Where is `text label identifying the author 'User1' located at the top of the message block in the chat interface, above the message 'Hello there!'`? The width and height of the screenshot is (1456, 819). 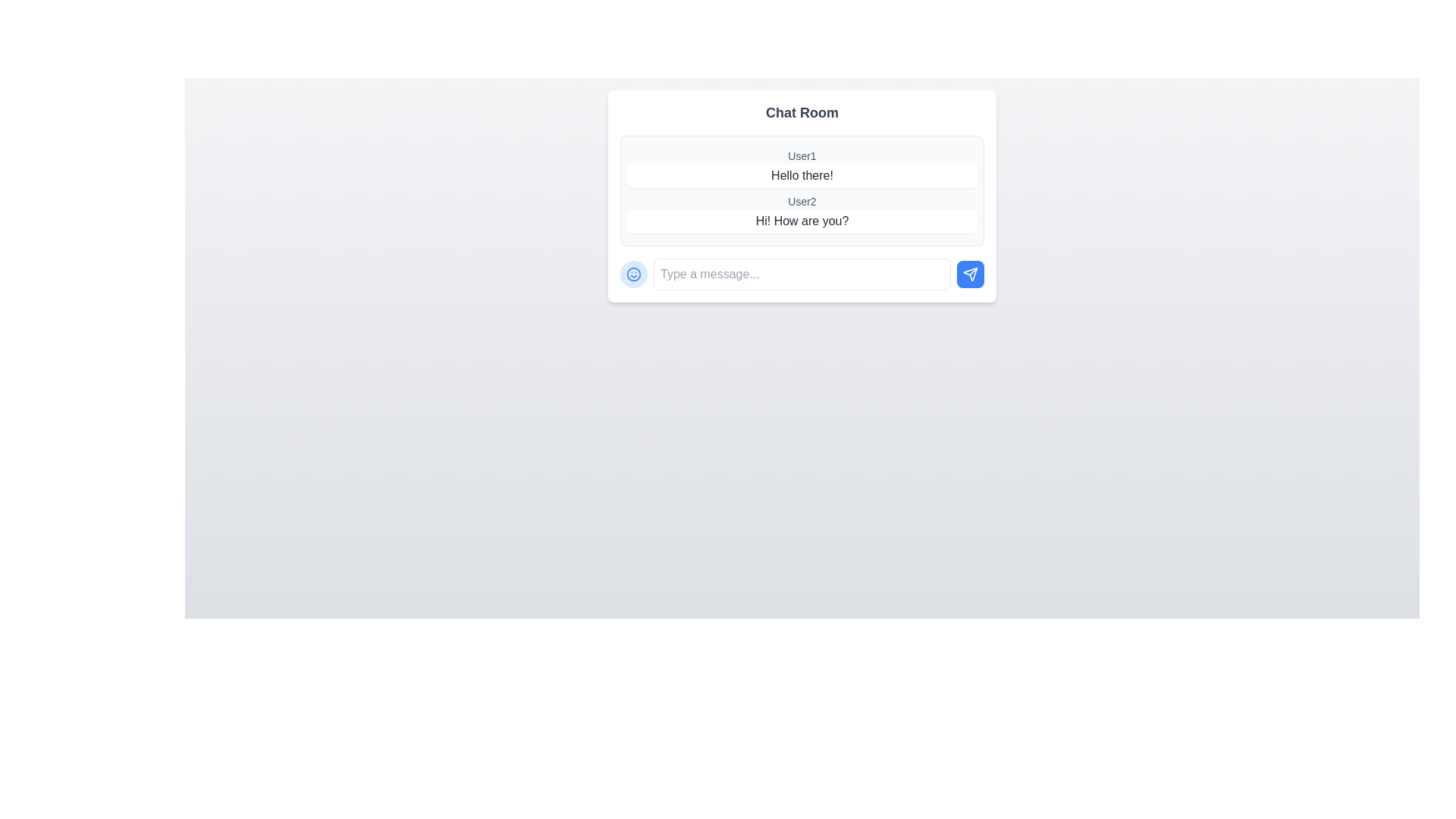
text label identifying the author 'User1' located at the top of the message block in the chat interface, above the message 'Hello there!' is located at coordinates (801, 155).